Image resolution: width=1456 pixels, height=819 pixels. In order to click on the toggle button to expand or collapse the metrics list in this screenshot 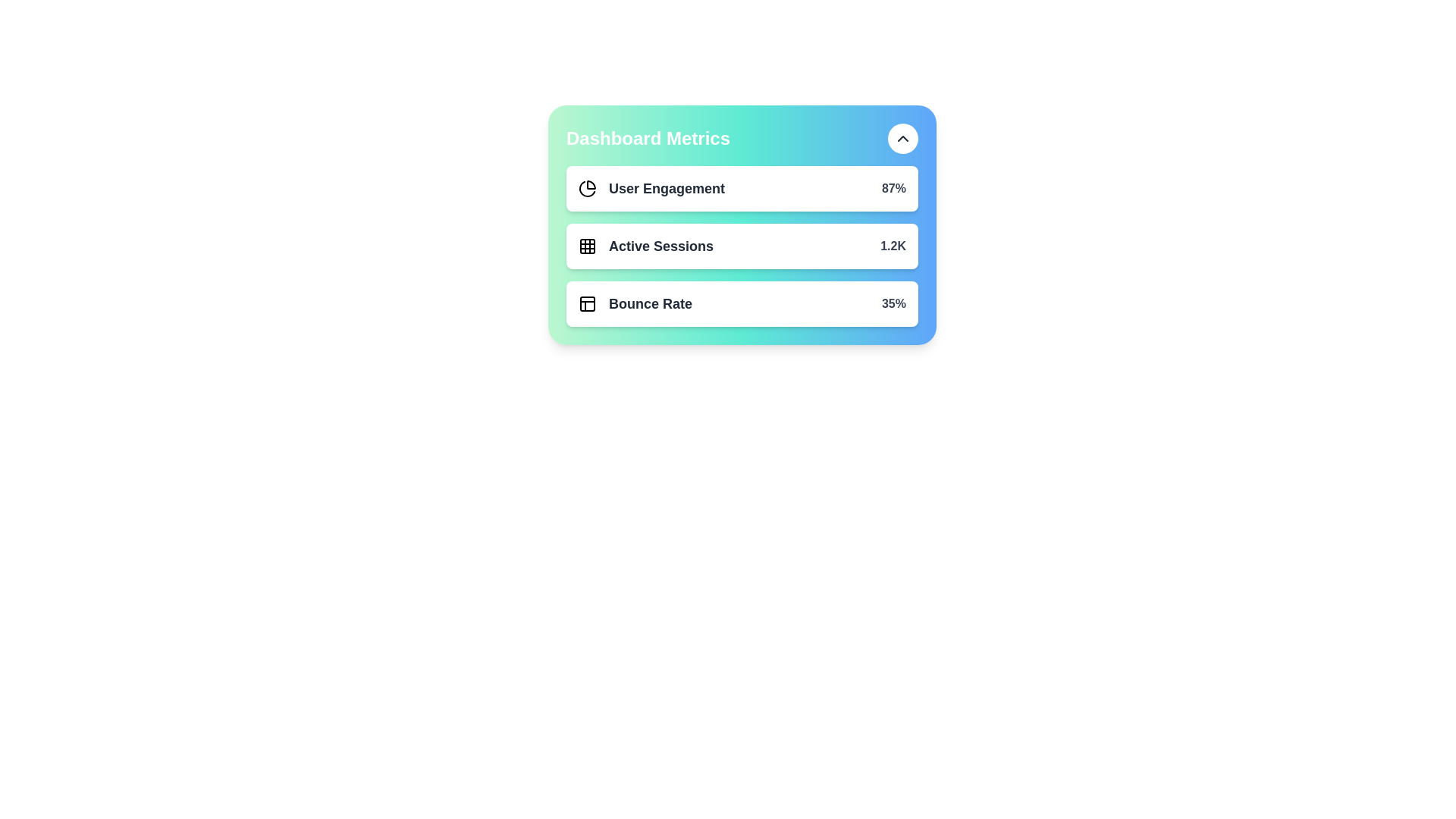, I will do `click(902, 138)`.